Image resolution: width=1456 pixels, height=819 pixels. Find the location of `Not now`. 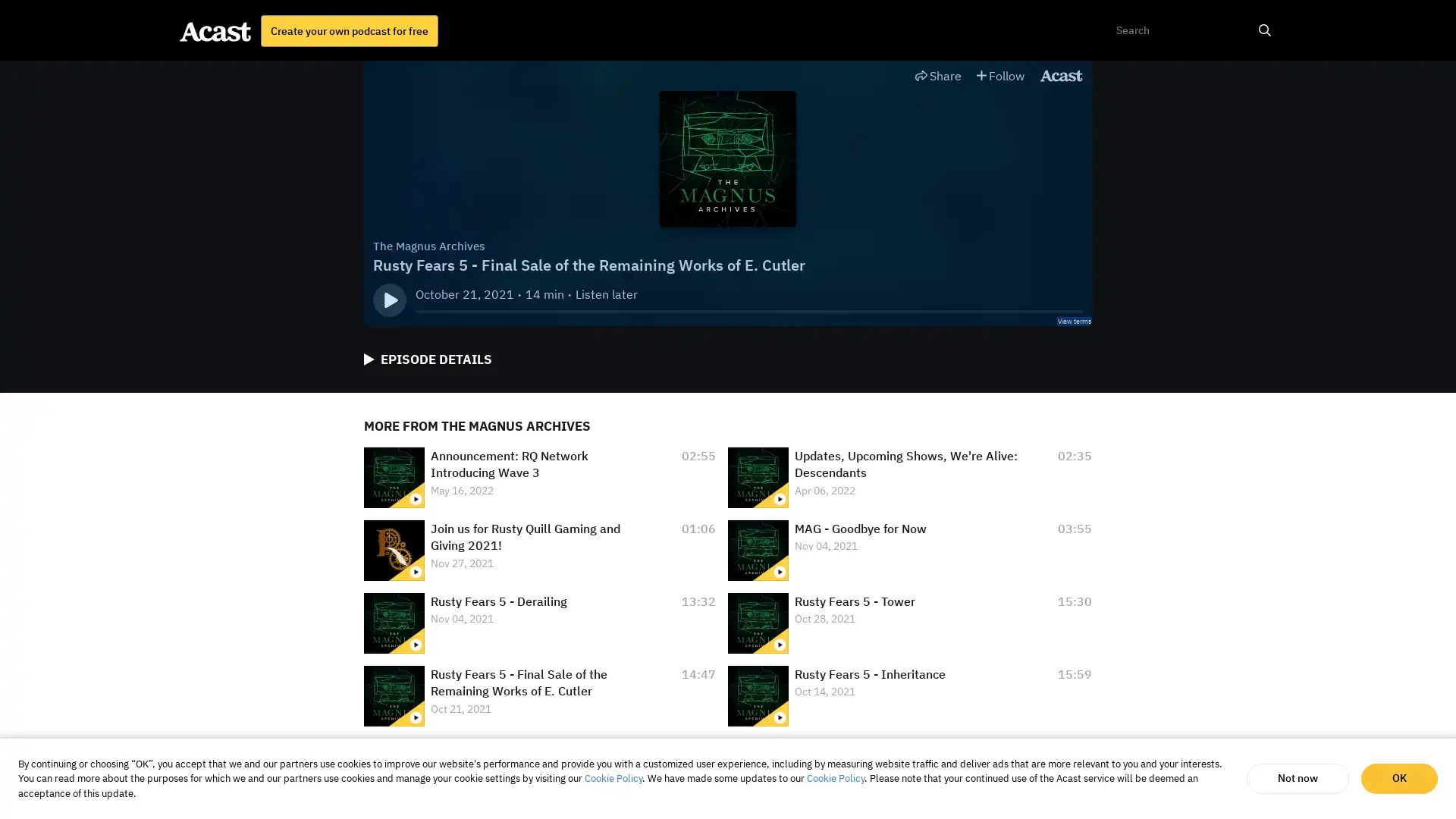

Not now is located at coordinates (1297, 778).